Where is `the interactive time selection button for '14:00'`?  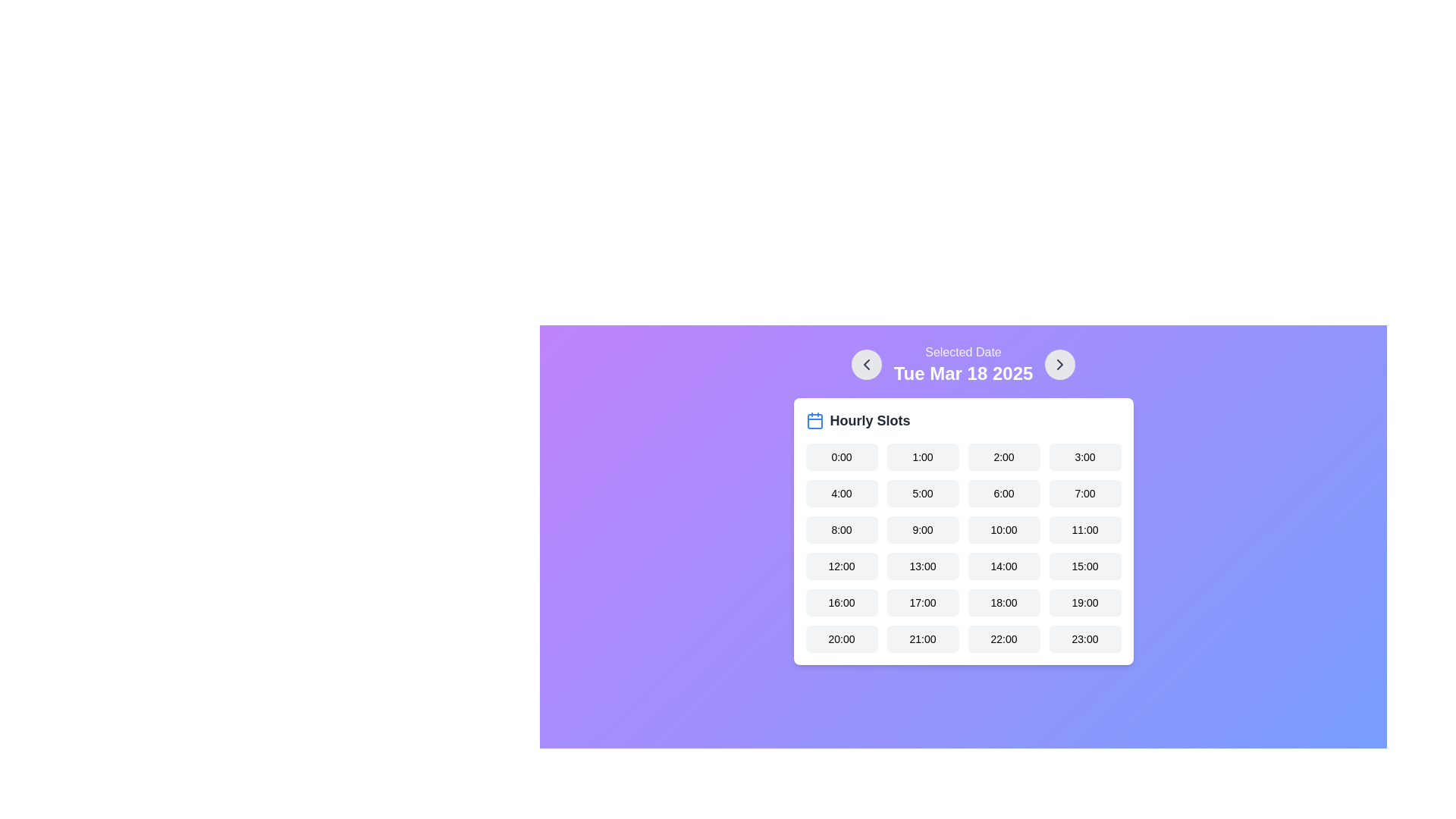 the interactive time selection button for '14:00' is located at coordinates (1004, 566).